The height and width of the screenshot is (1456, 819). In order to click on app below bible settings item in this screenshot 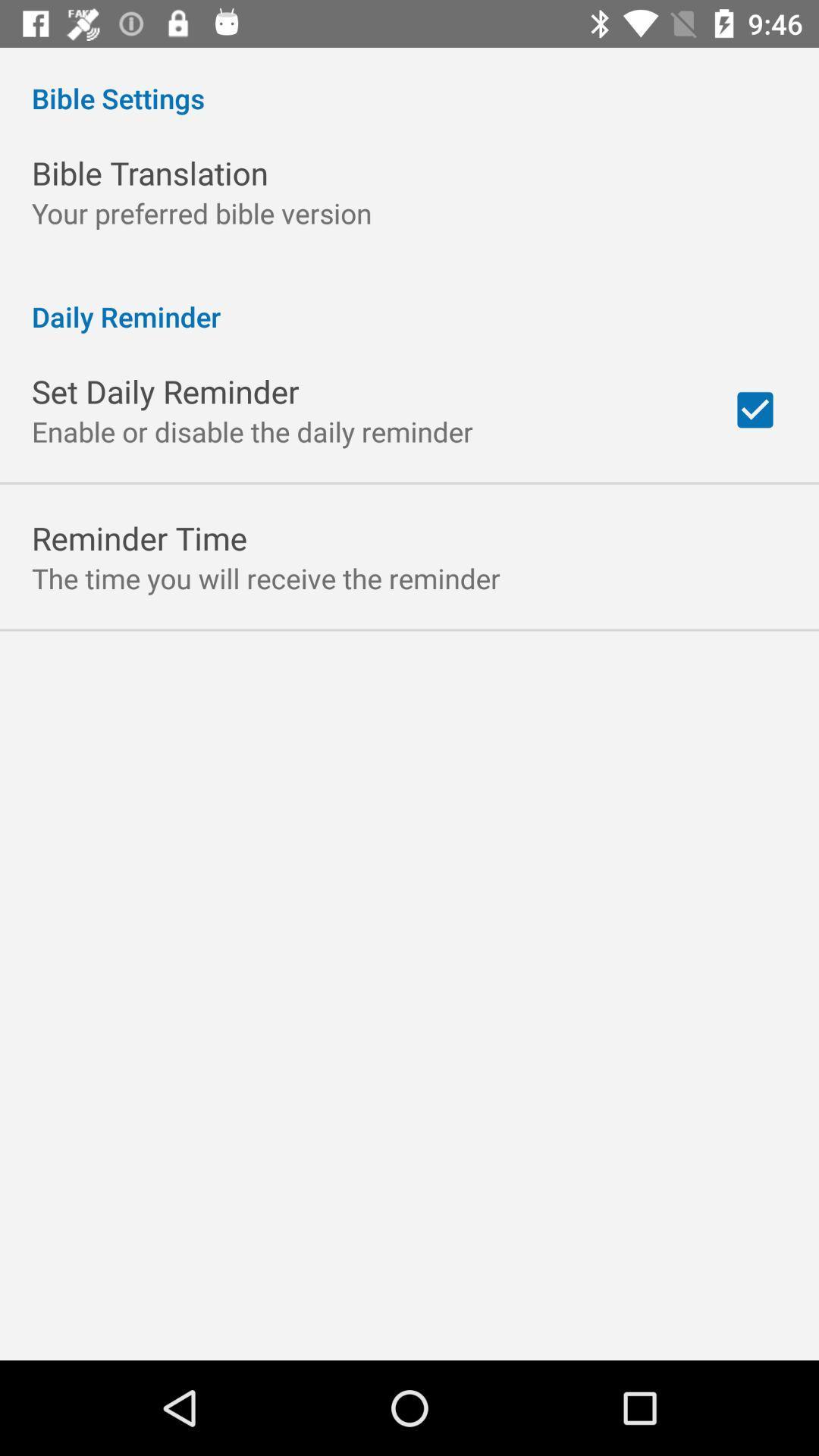, I will do `click(149, 173)`.